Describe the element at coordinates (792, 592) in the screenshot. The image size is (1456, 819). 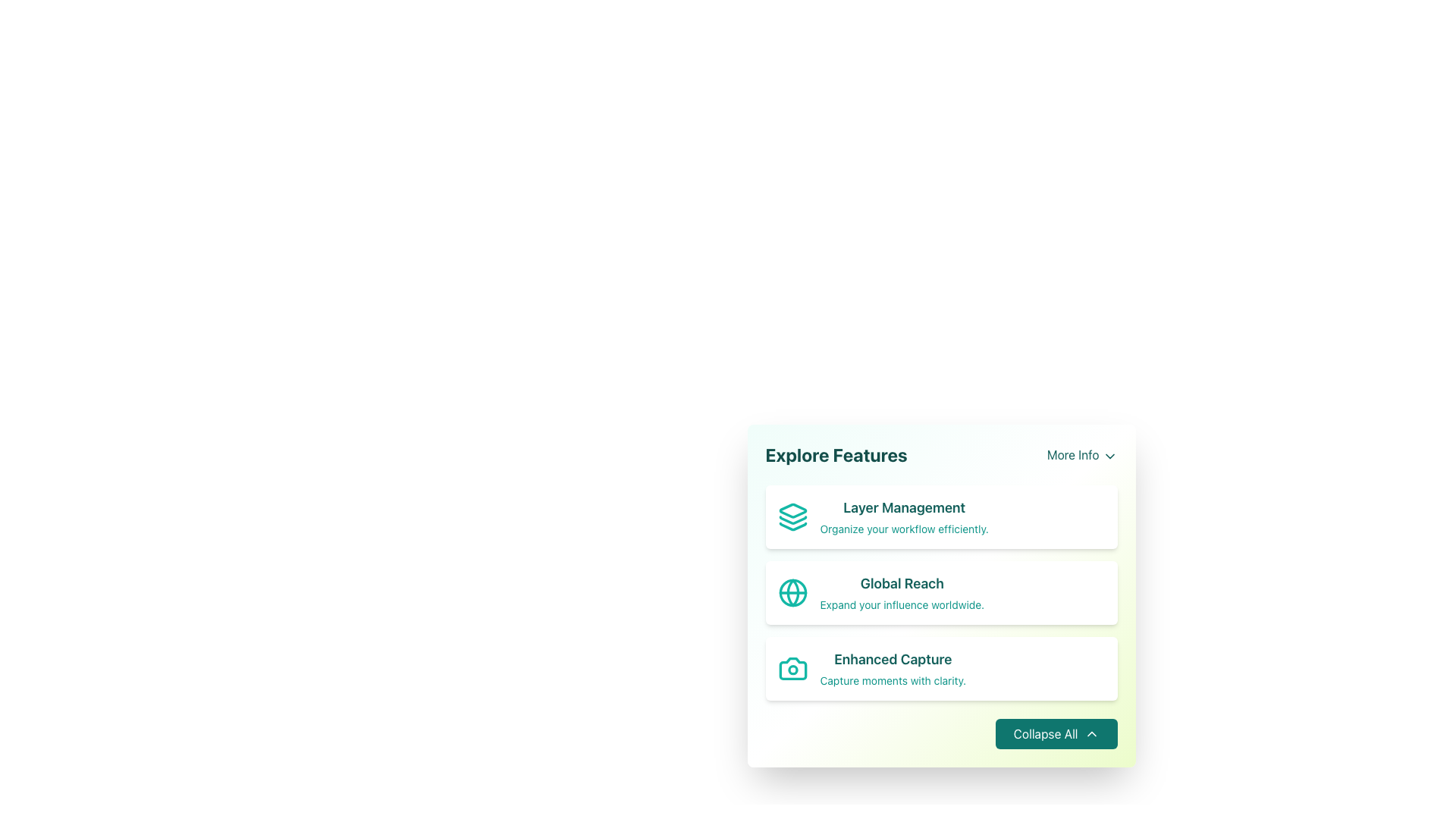
I see `the globe icon, which is a circular SVG graphic with teal-colored stroke lines, located to the left of the text 'Global Reach' within the card labeled 'Global Reach'` at that location.